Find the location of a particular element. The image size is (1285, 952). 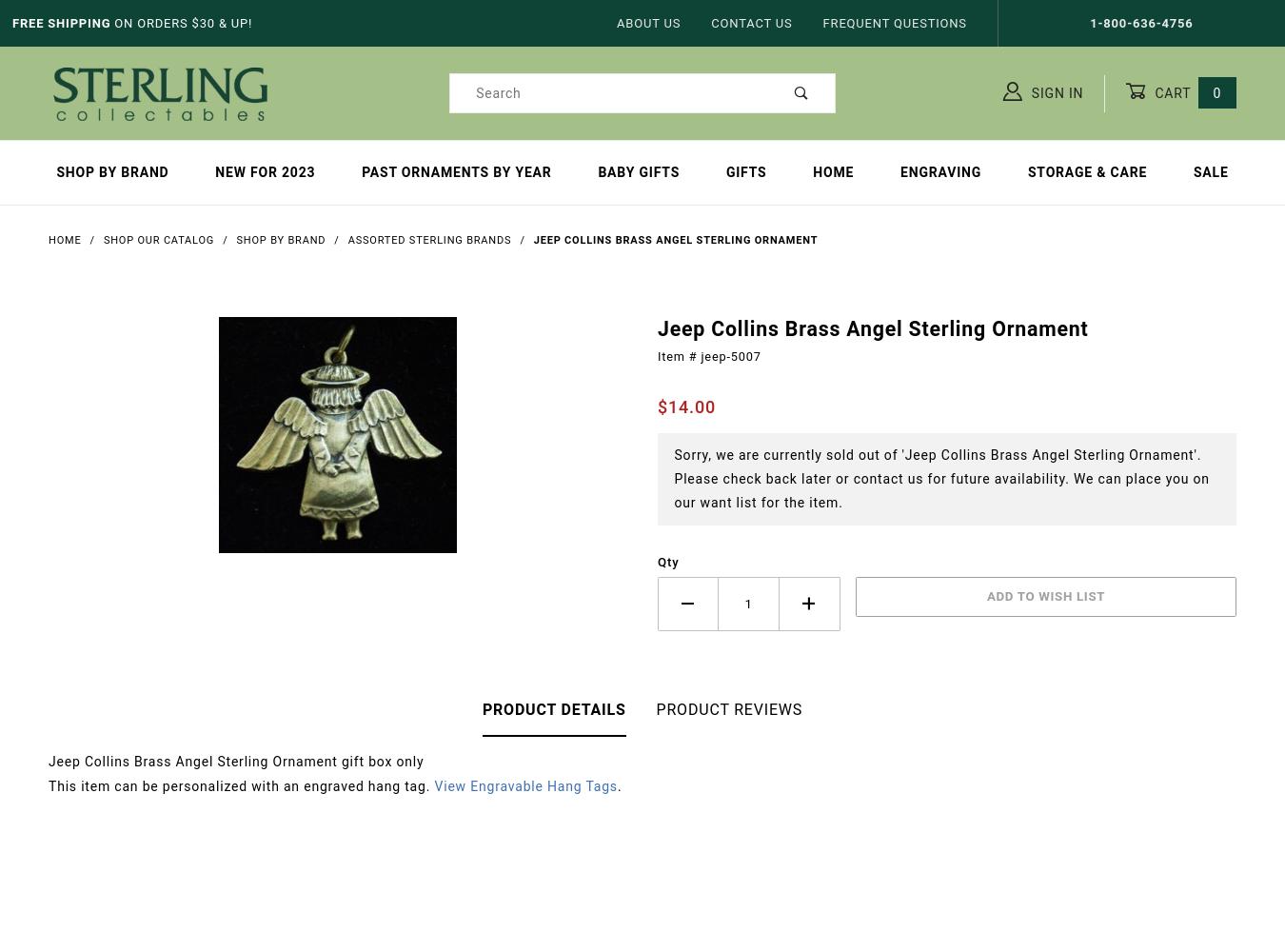

'Purchase Jeep Collins Brass Angel Sterling Ornament' is located at coordinates (692, 410).